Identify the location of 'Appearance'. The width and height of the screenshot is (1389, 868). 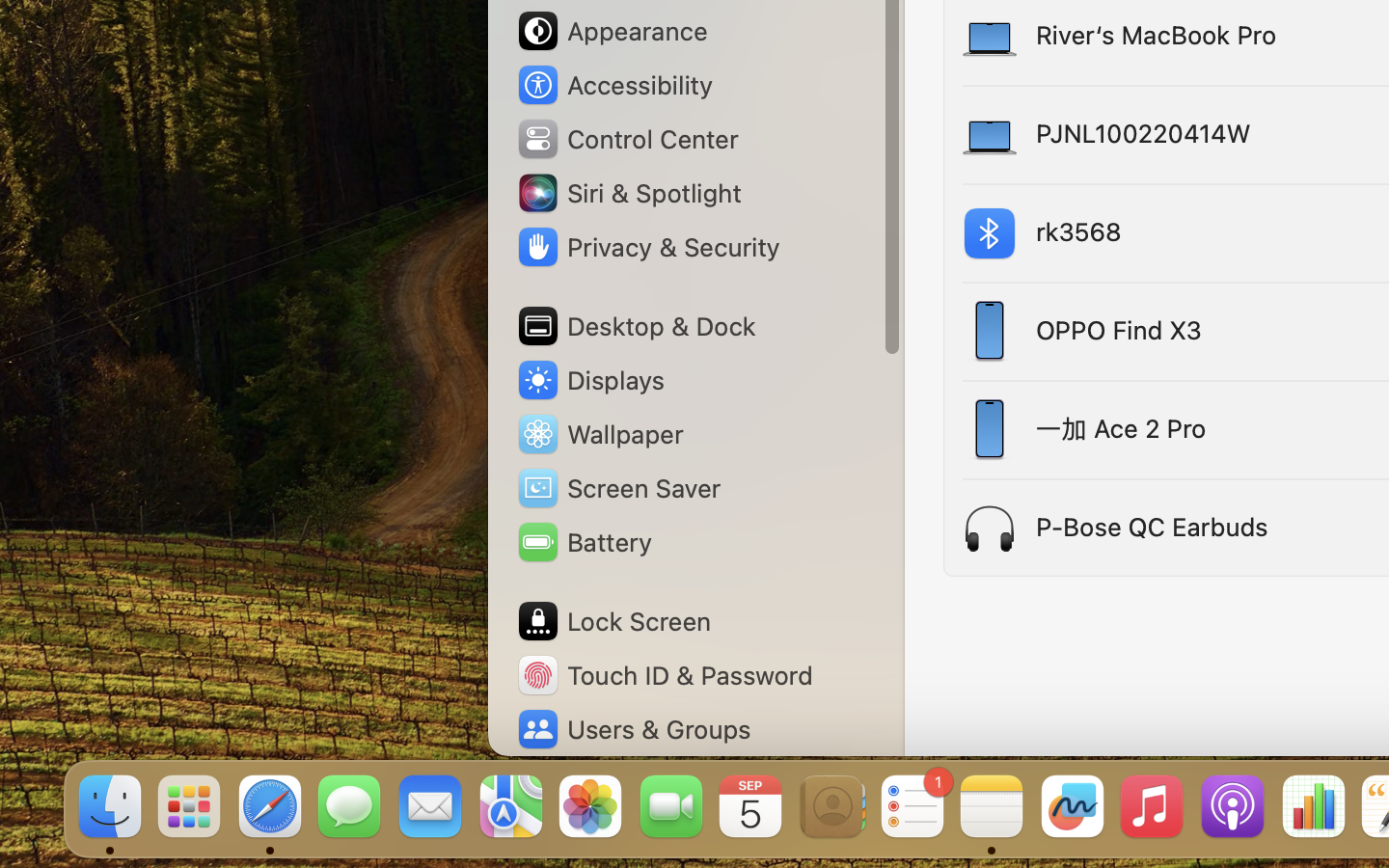
(611, 30).